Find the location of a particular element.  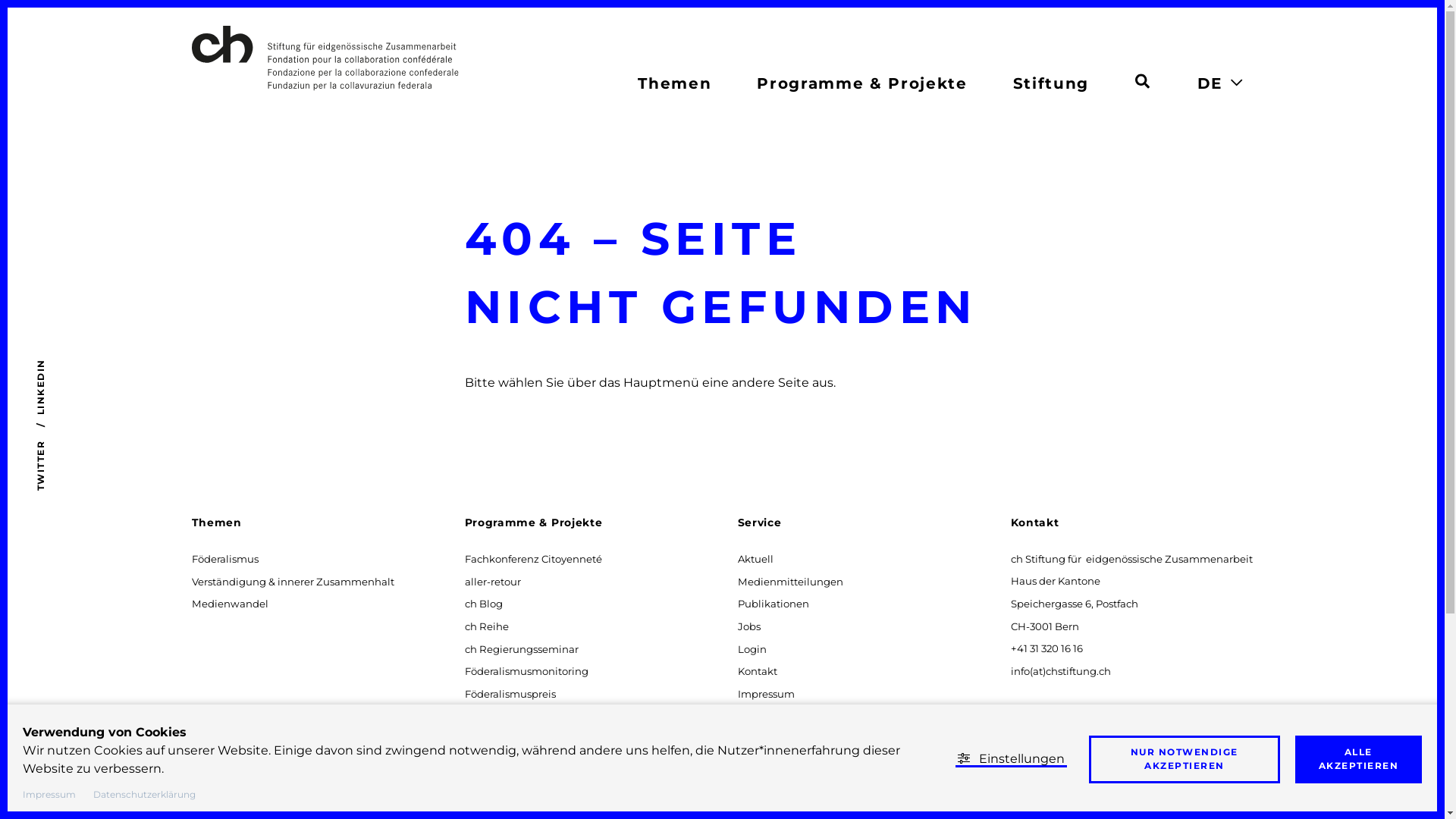

'Medienwandel' is located at coordinates (228, 602).